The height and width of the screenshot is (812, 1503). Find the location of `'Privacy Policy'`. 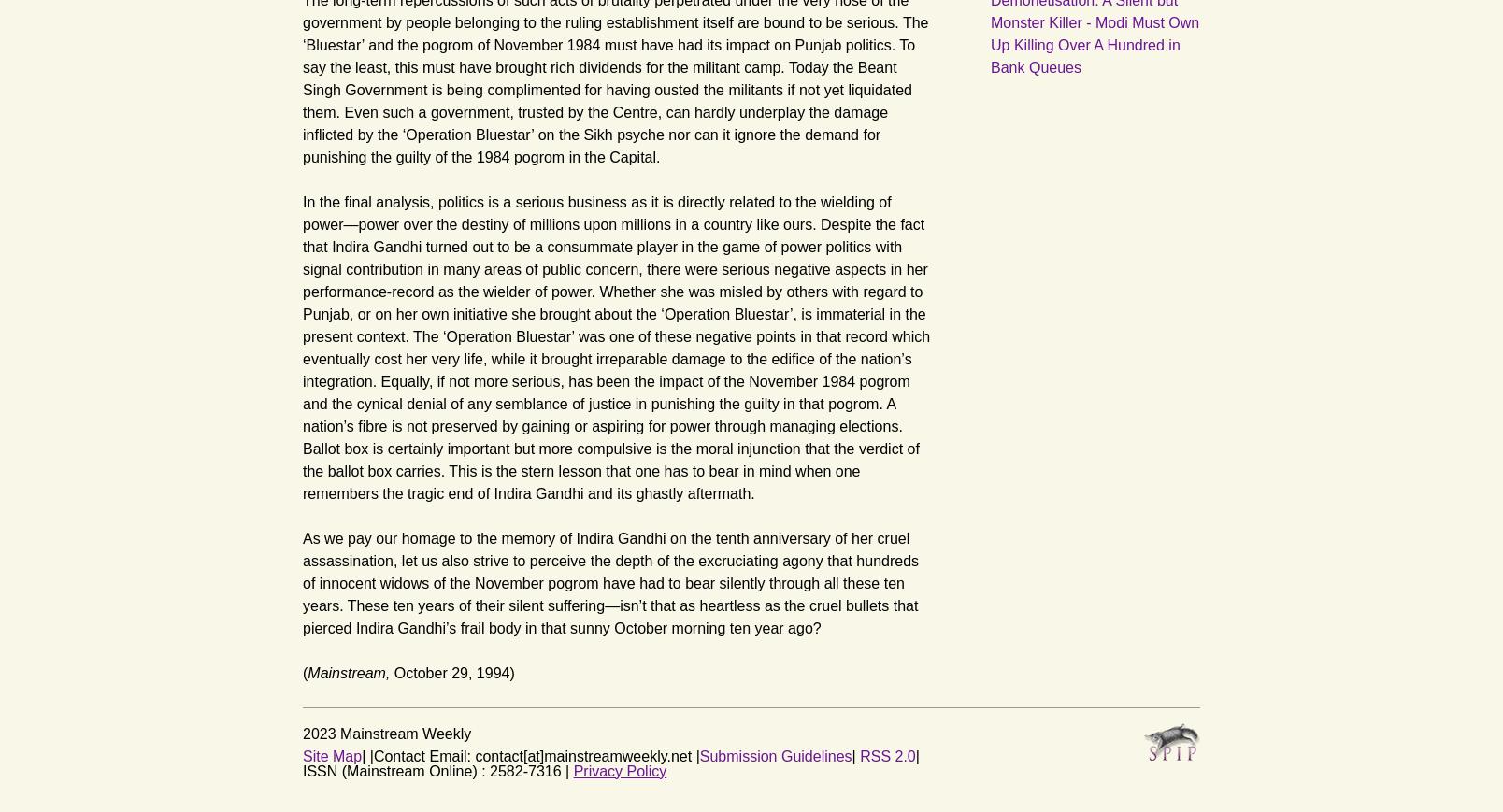

'Privacy Policy' is located at coordinates (619, 770).